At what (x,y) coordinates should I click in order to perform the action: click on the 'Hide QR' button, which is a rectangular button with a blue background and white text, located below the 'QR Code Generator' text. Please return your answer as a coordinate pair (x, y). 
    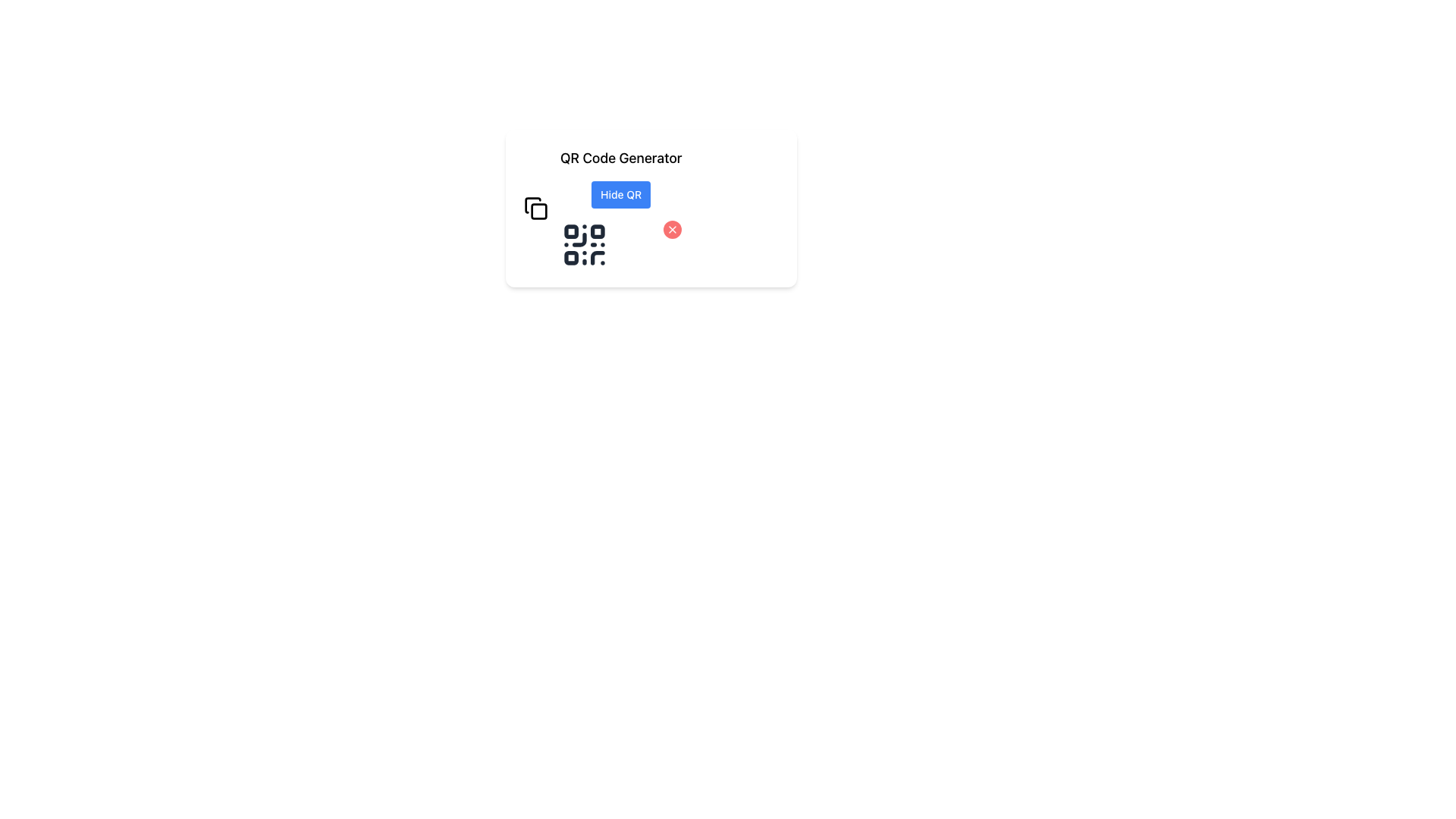
    Looking at the image, I should click on (621, 194).